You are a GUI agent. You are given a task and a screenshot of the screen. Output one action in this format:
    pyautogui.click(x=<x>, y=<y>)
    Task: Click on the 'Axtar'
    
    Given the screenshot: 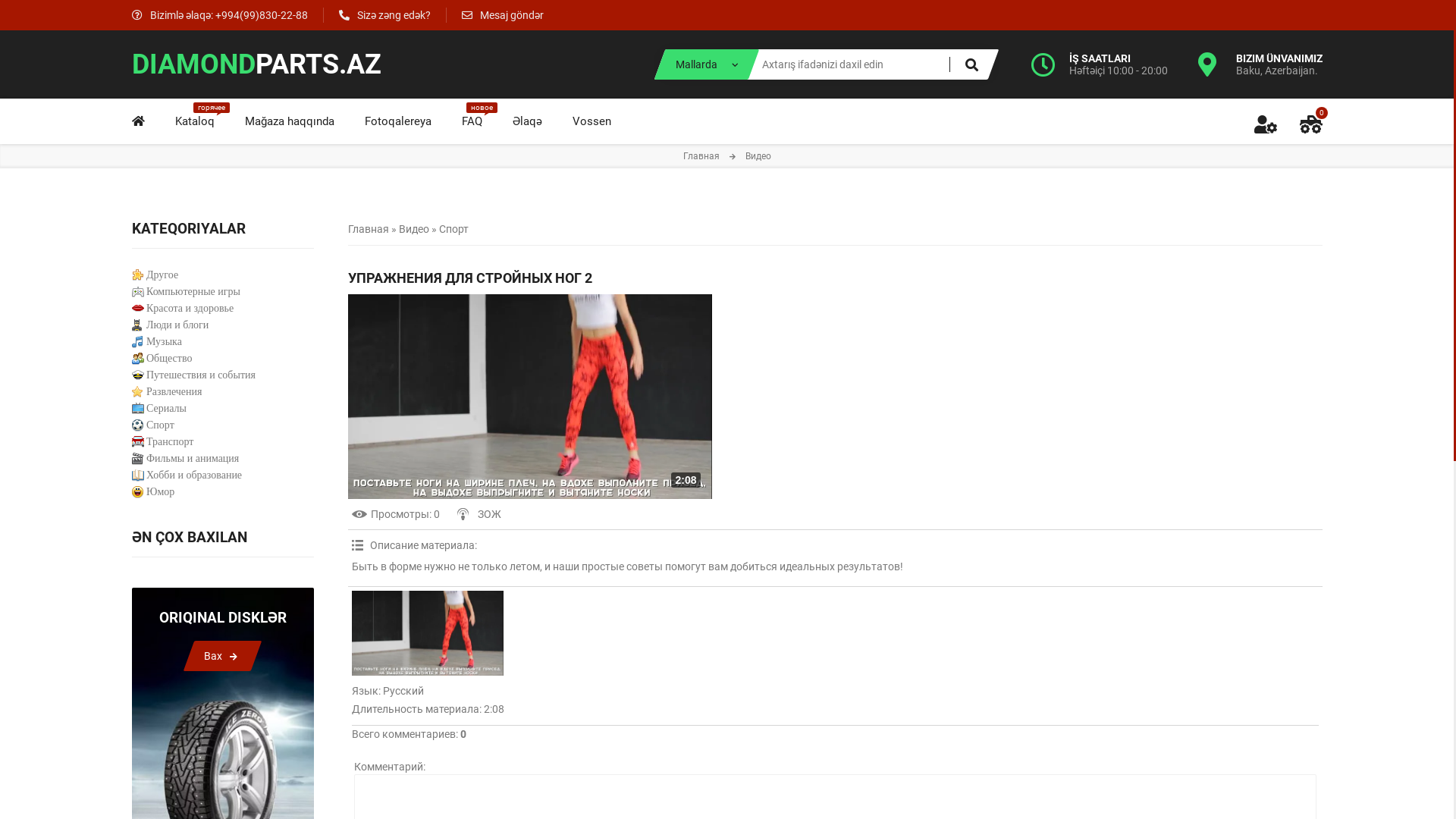 What is the action you would take?
    pyautogui.click(x=971, y=63)
    